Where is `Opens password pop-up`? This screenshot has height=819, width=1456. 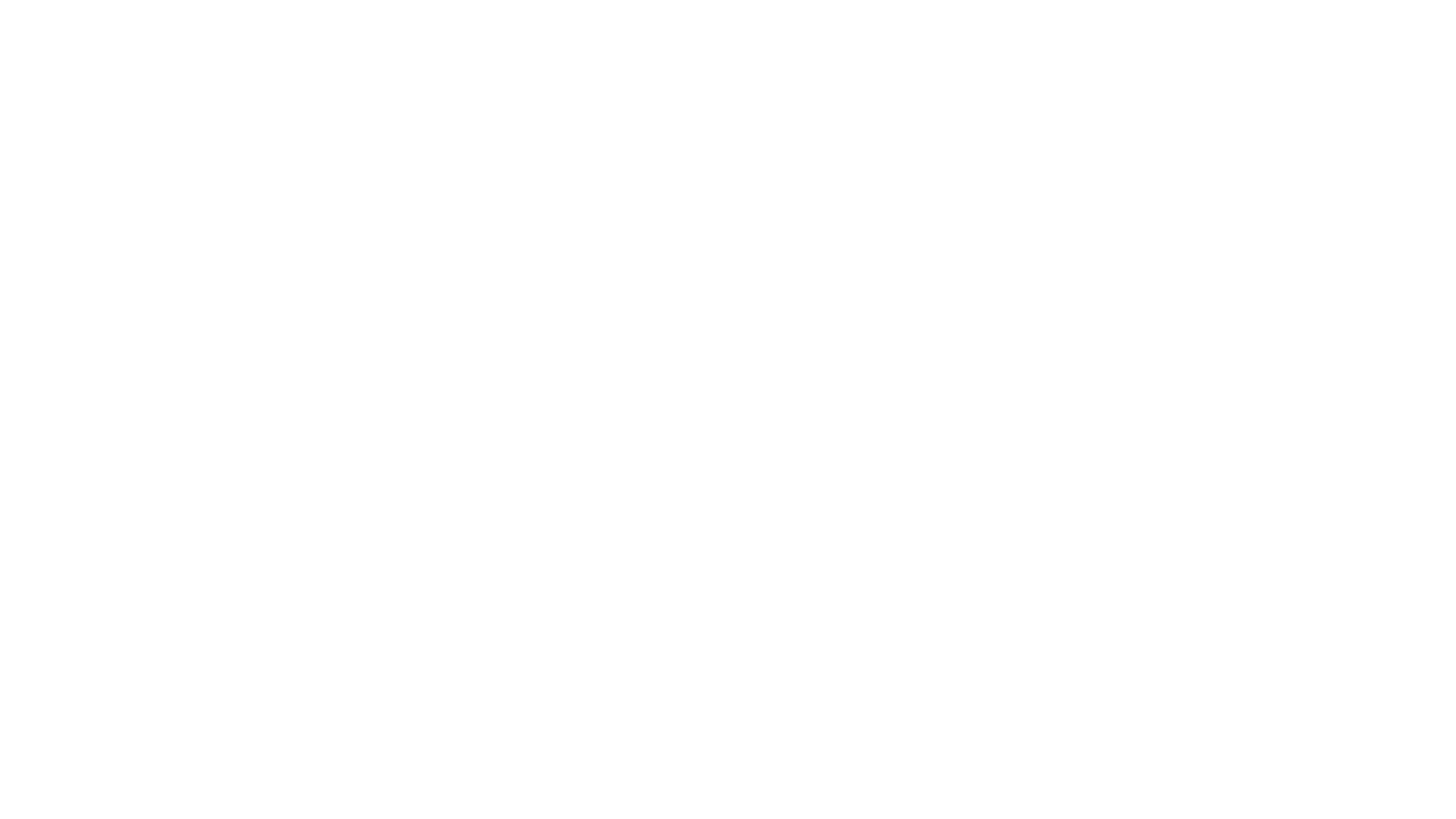
Opens password pop-up is located at coordinates (513, 320).